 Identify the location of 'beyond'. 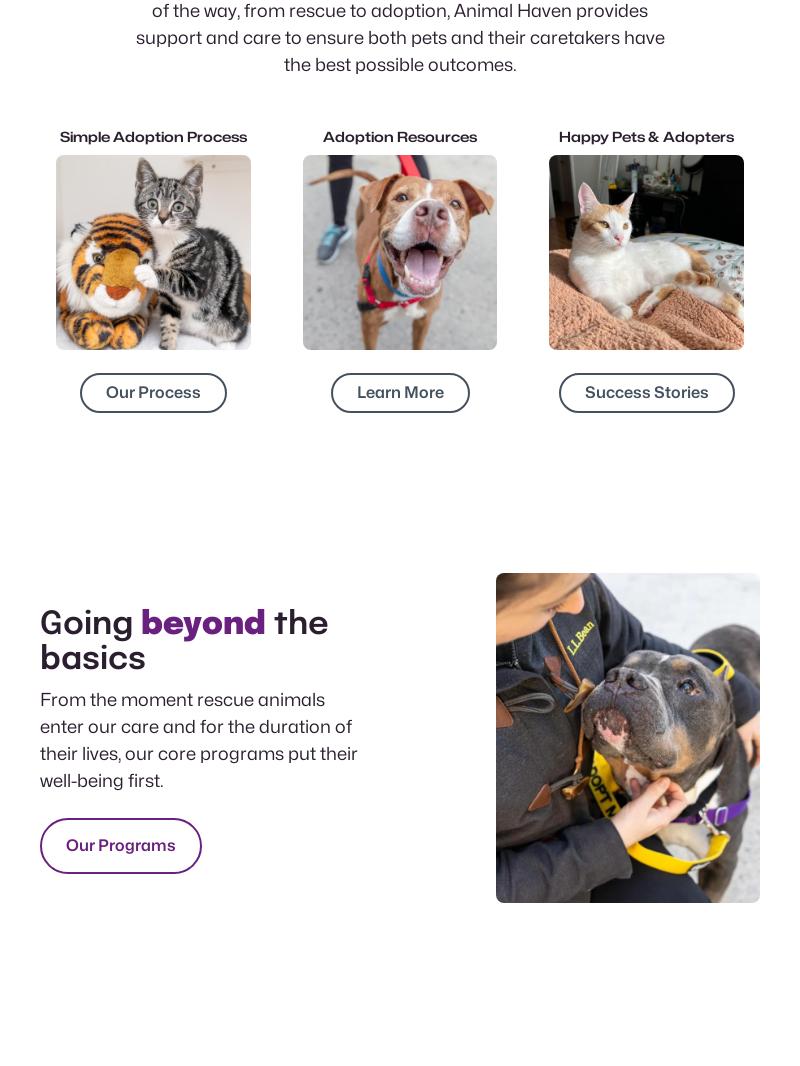
(203, 623).